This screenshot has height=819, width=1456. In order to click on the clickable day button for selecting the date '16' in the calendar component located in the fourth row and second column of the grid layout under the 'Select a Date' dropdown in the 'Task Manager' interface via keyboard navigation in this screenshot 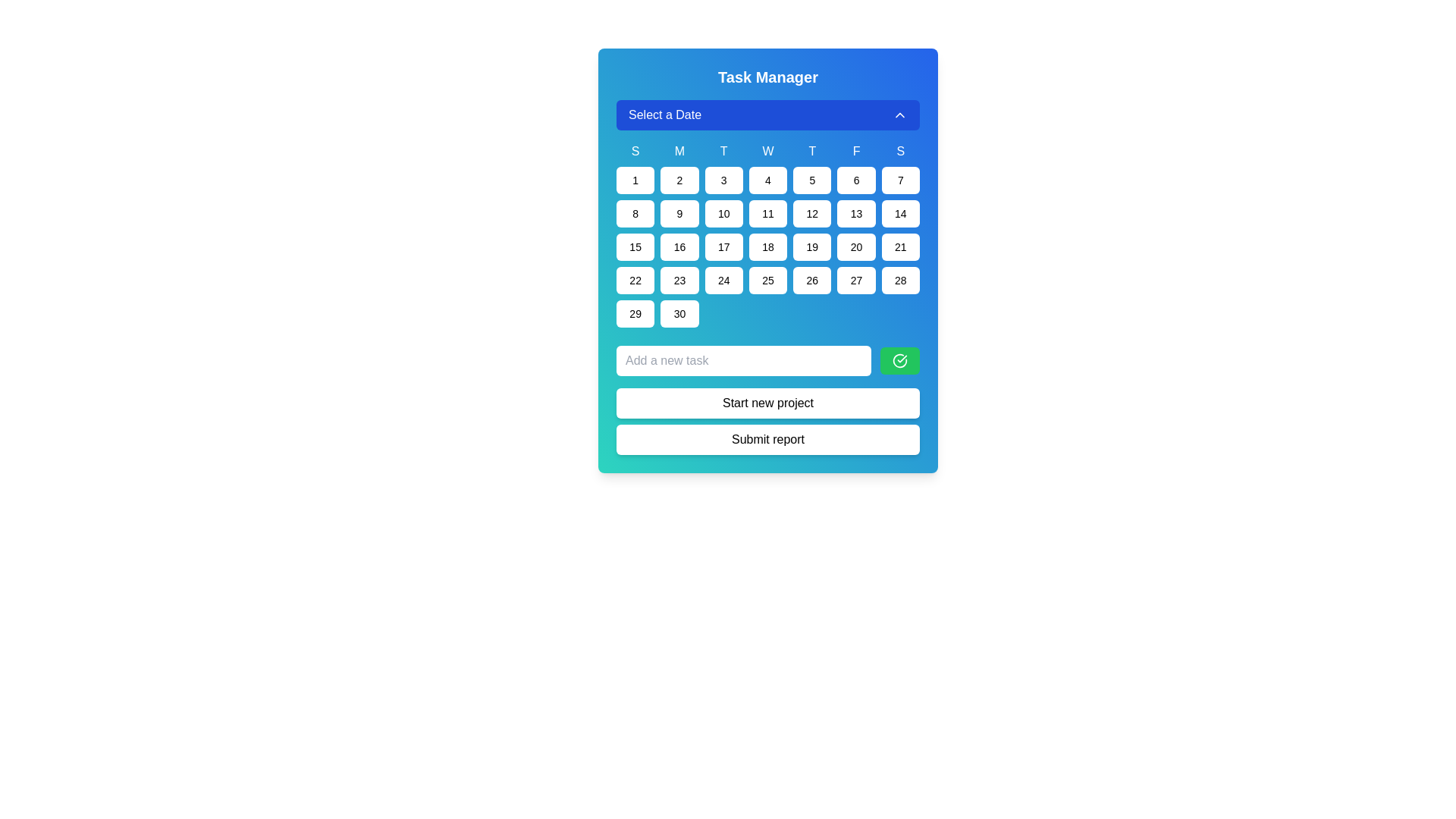, I will do `click(679, 246)`.